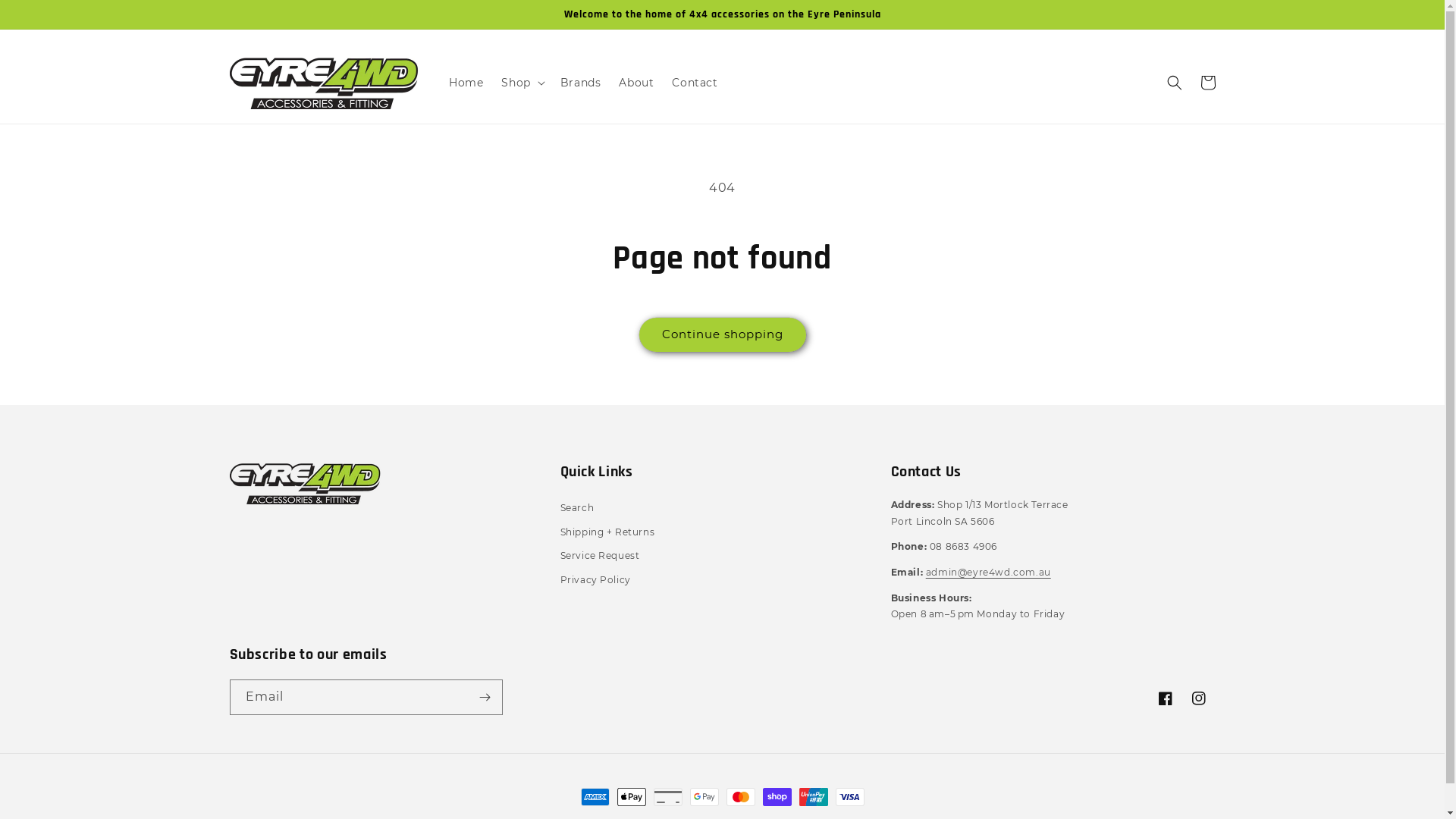  Describe the element at coordinates (1164, 698) in the screenshot. I see `'Facebook'` at that location.